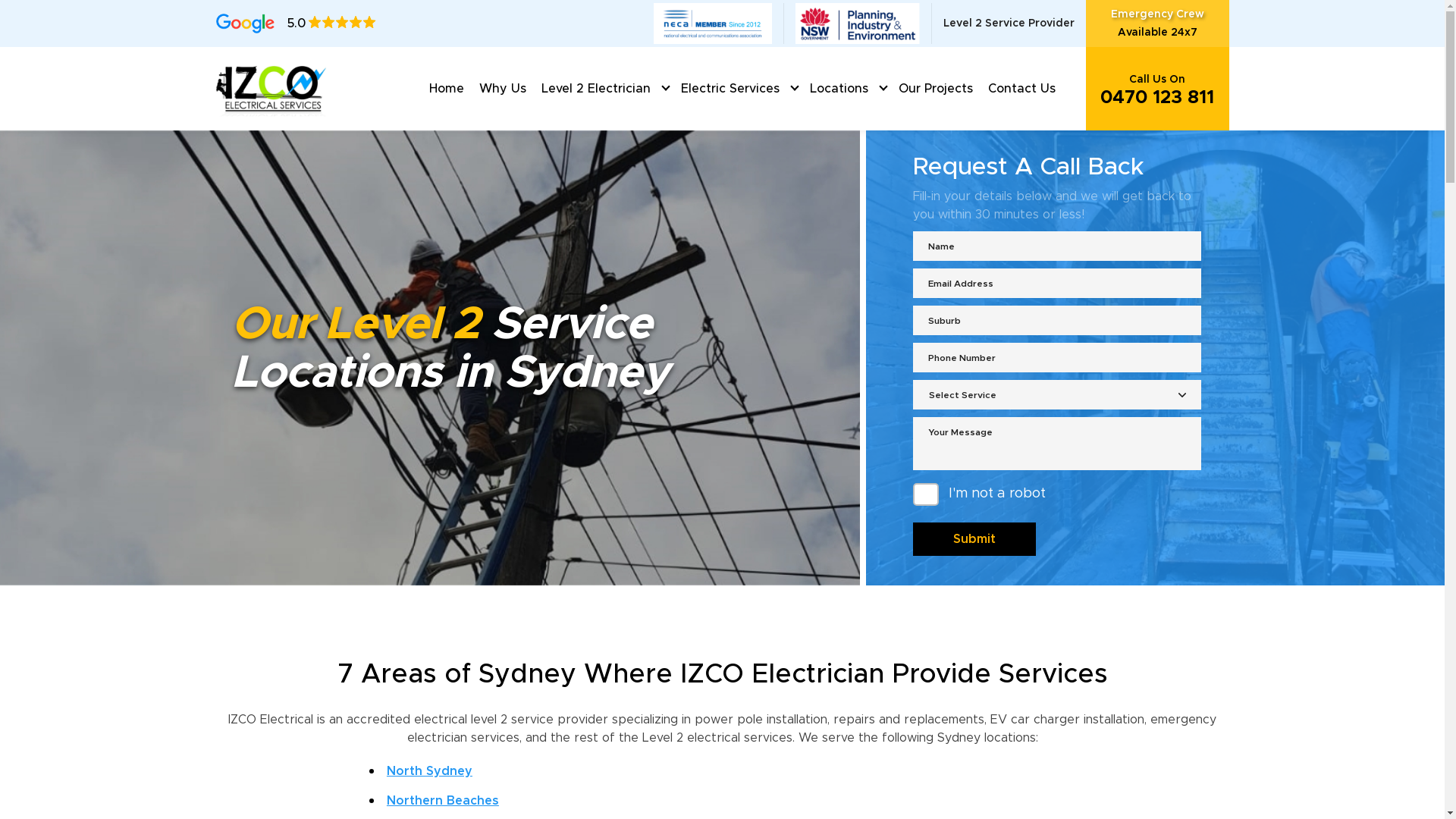  Describe the element at coordinates (912, 494) in the screenshot. I see `'I'm not a robot'` at that location.